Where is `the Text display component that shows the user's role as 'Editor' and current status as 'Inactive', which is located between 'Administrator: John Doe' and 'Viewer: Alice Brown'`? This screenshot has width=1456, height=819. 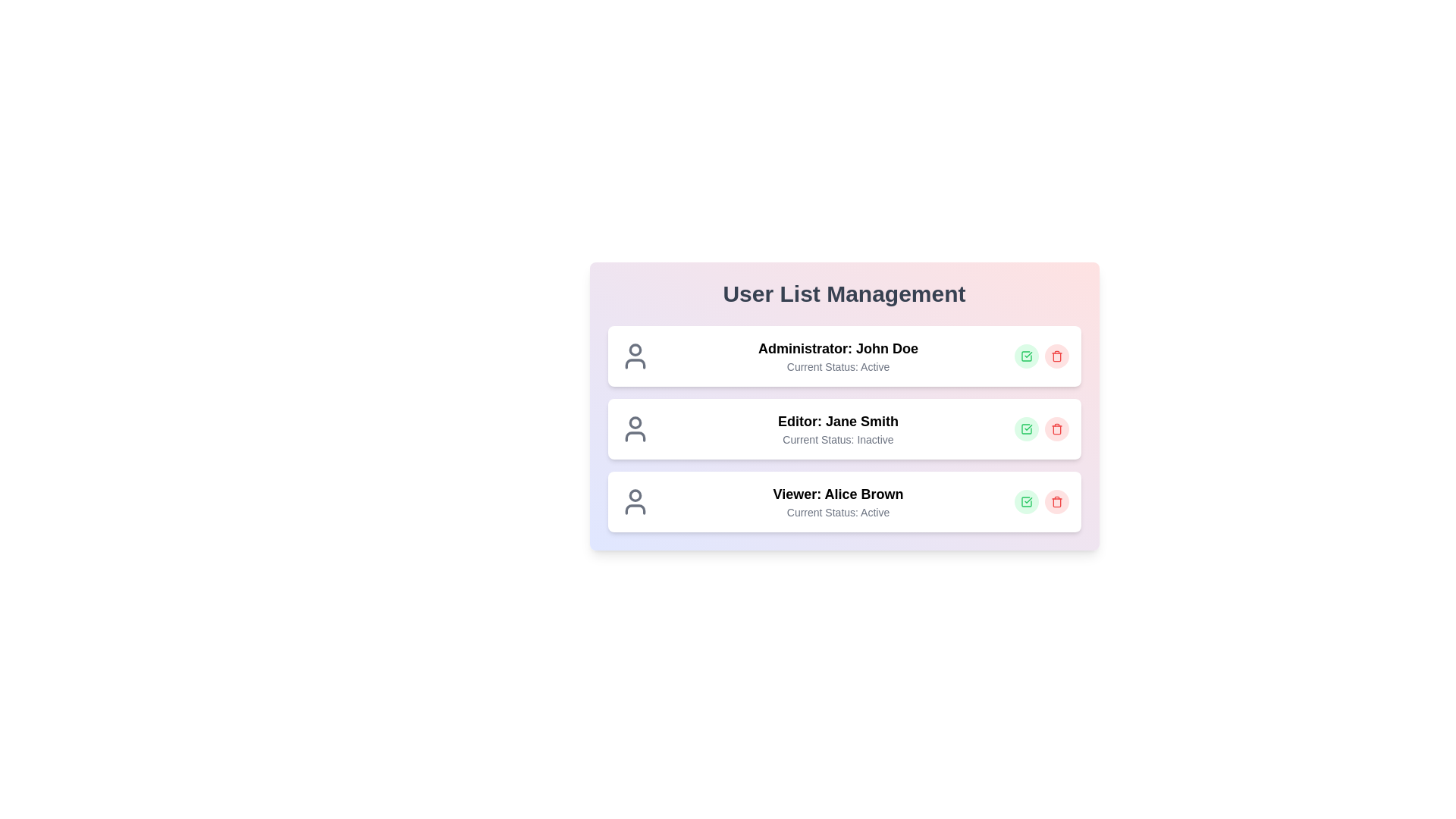 the Text display component that shows the user's role as 'Editor' and current status as 'Inactive', which is located between 'Administrator: John Doe' and 'Viewer: Alice Brown' is located at coordinates (837, 429).